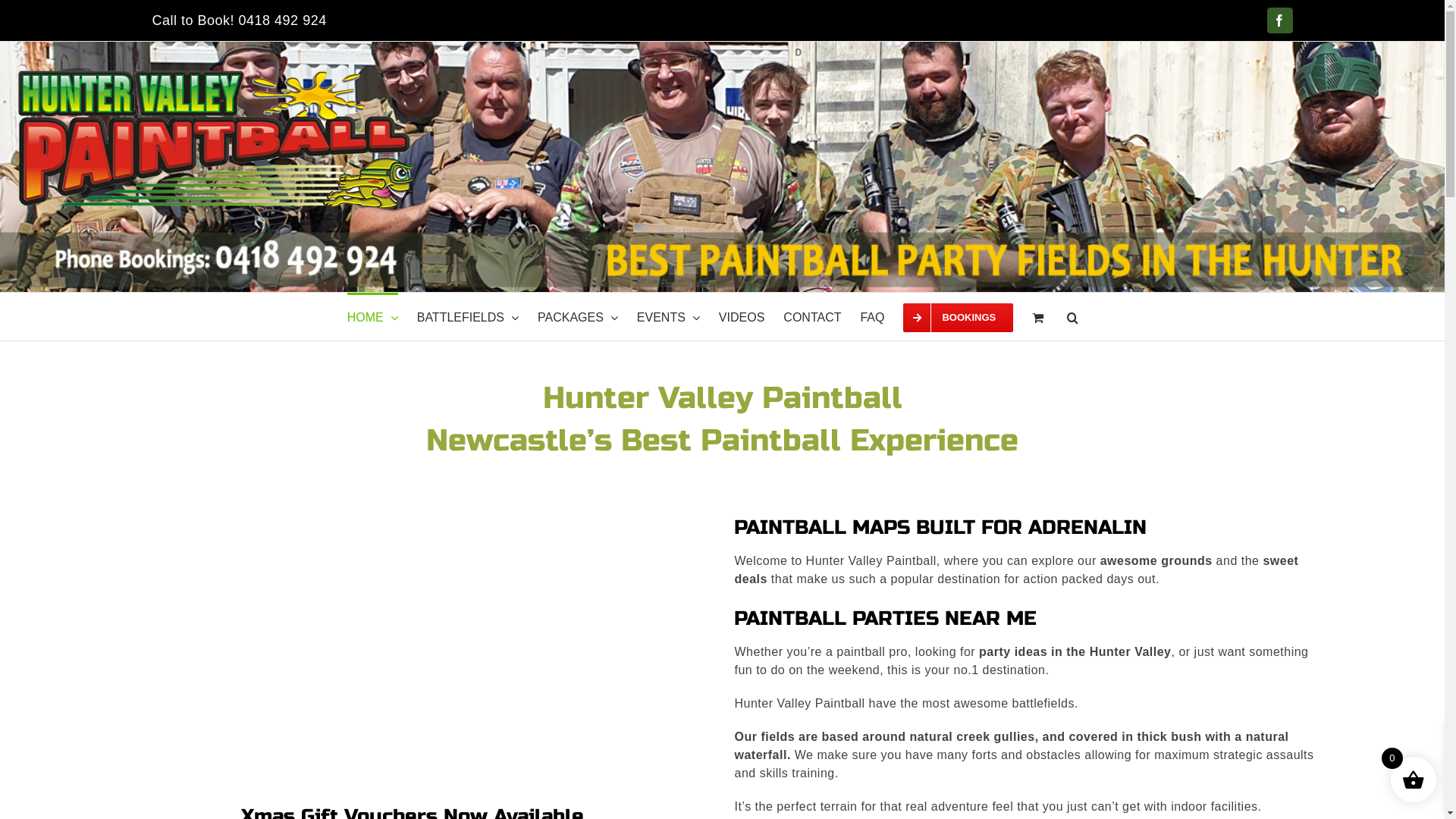 Image resolution: width=1456 pixels, height=819 pixels. Describe the element at coordinates (577, 315) in the screenshot. I see `'PACKAGES'` at that location.